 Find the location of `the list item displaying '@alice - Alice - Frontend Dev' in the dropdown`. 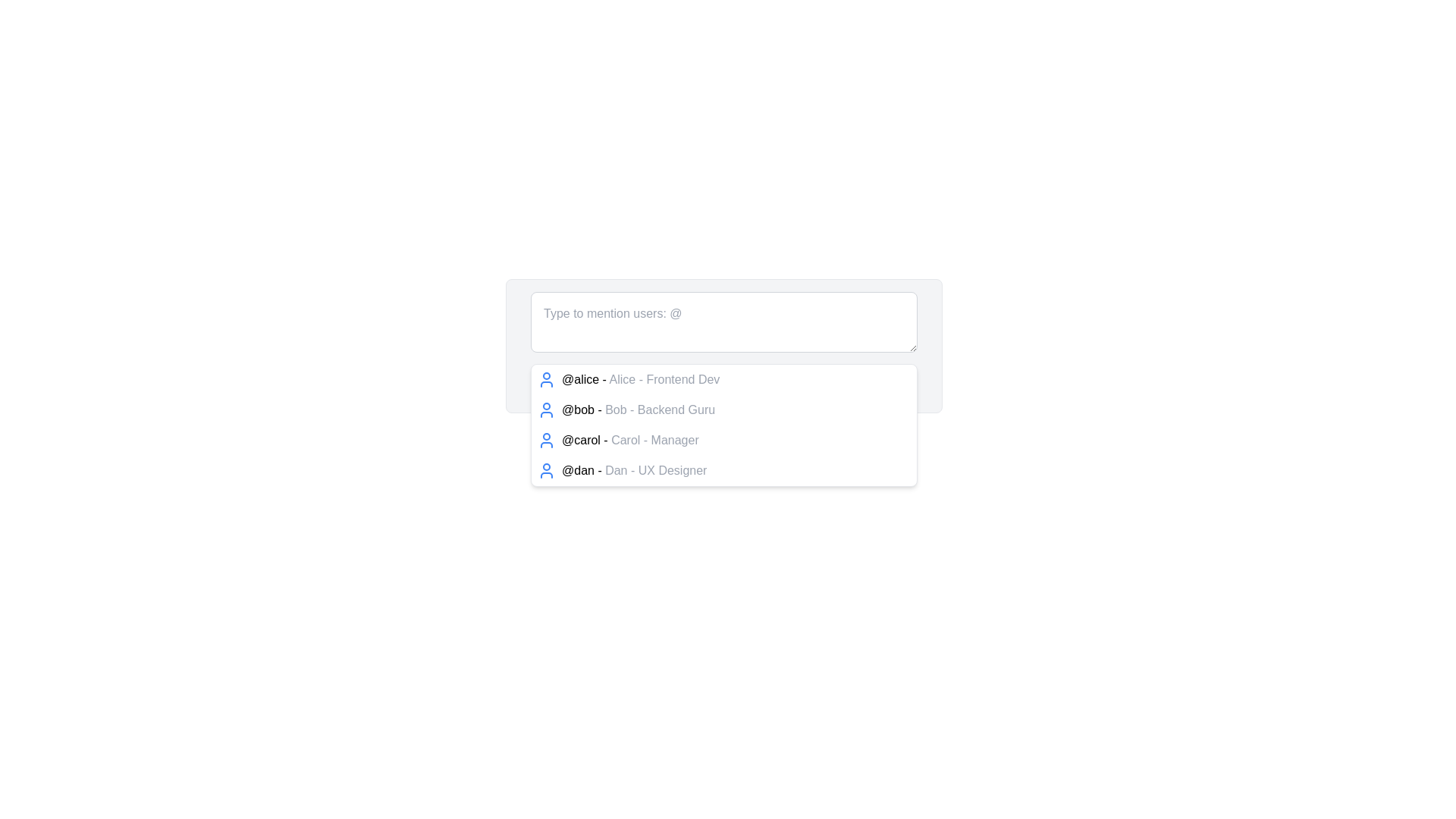

the list item displaying '@alice - Alice - Frontend Dev' in the dropdown is located at coordinates (641, 379).